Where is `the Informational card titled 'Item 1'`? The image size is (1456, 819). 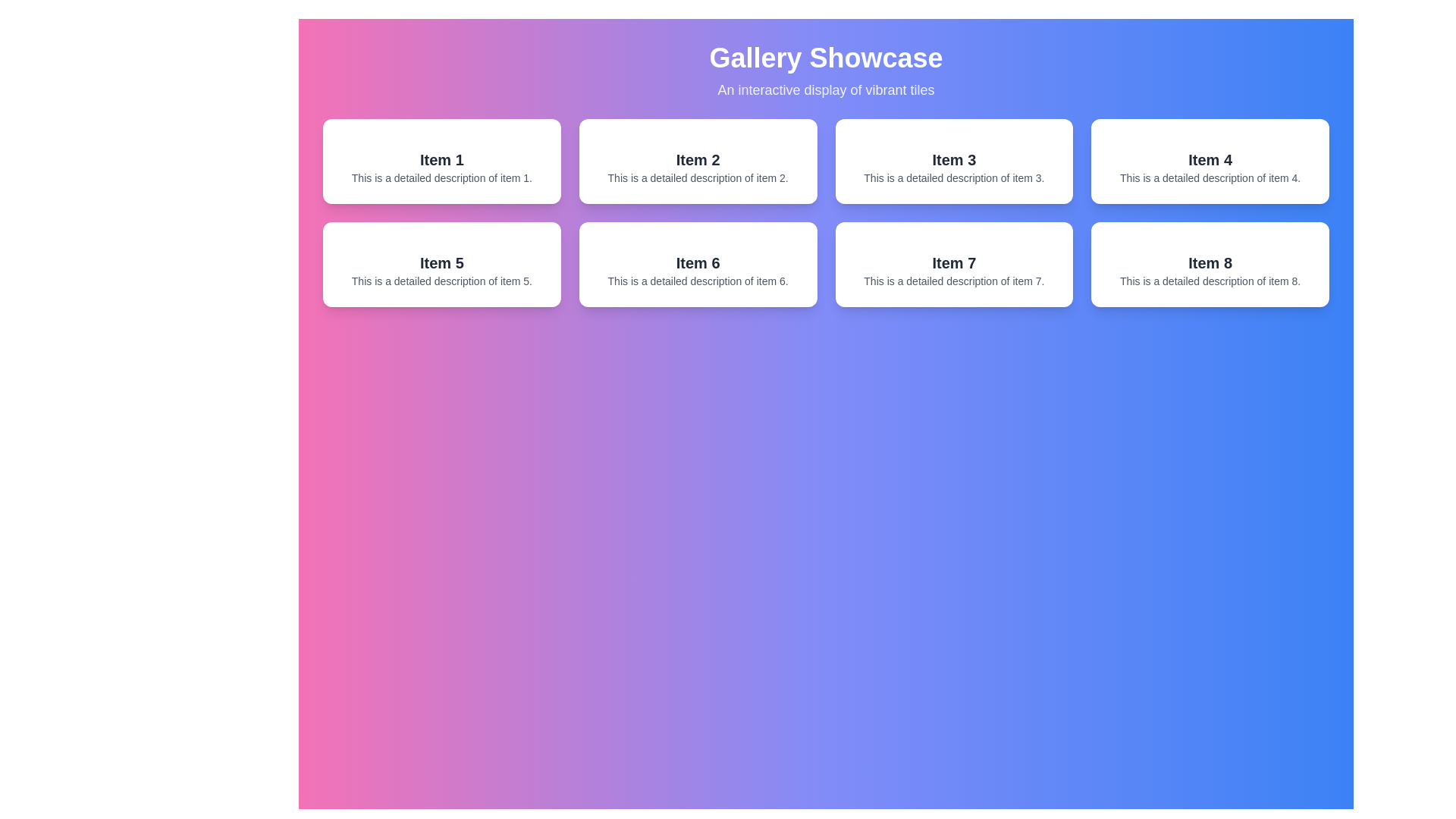
the Informational card titled 'Item 1' is located at coordinates (441, 161).